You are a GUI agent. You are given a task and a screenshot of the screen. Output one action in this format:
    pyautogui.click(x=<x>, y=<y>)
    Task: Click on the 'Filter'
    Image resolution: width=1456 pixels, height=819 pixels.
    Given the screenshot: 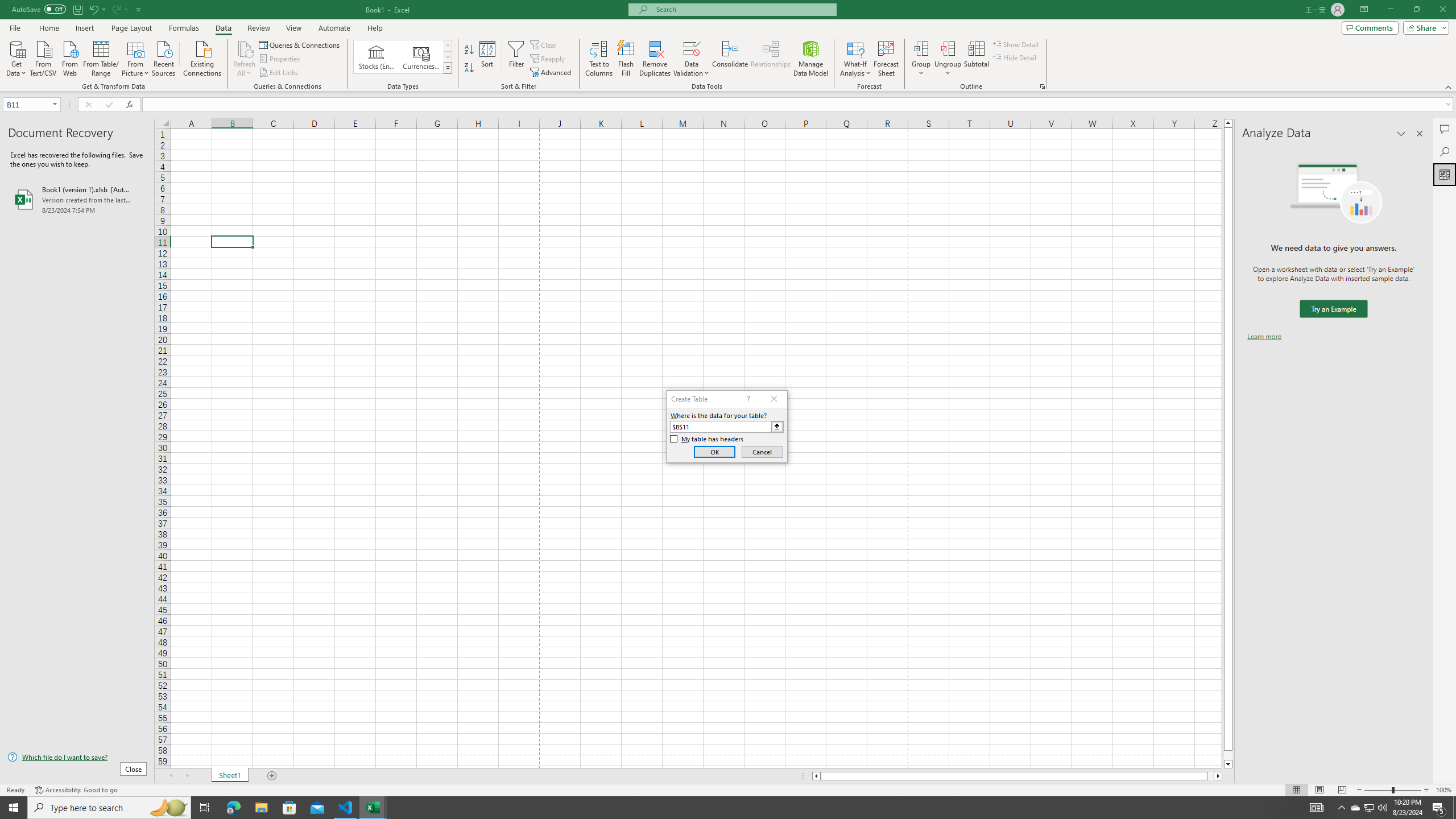 What is the action you would take?
    pyautogui.click(x=515, y=59)
    